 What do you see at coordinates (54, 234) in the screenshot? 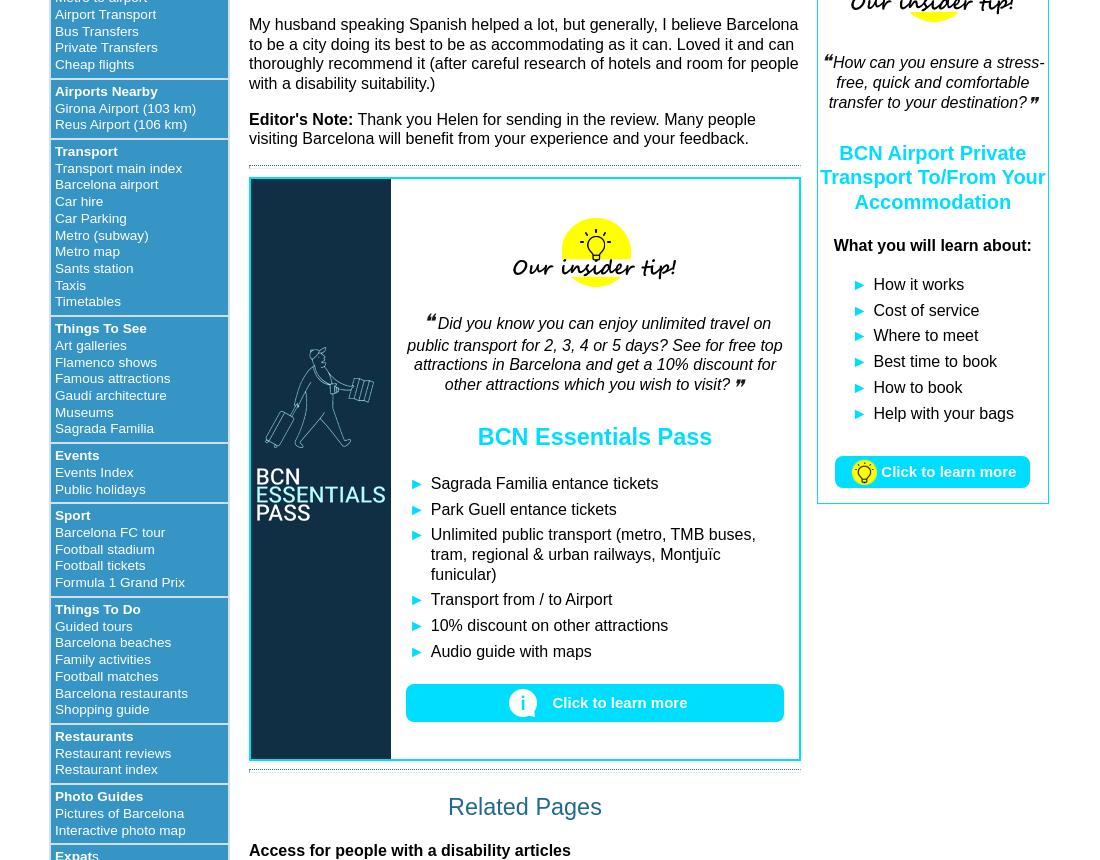
I see `'Metro (subway)'` at bounding box center [54, 234].